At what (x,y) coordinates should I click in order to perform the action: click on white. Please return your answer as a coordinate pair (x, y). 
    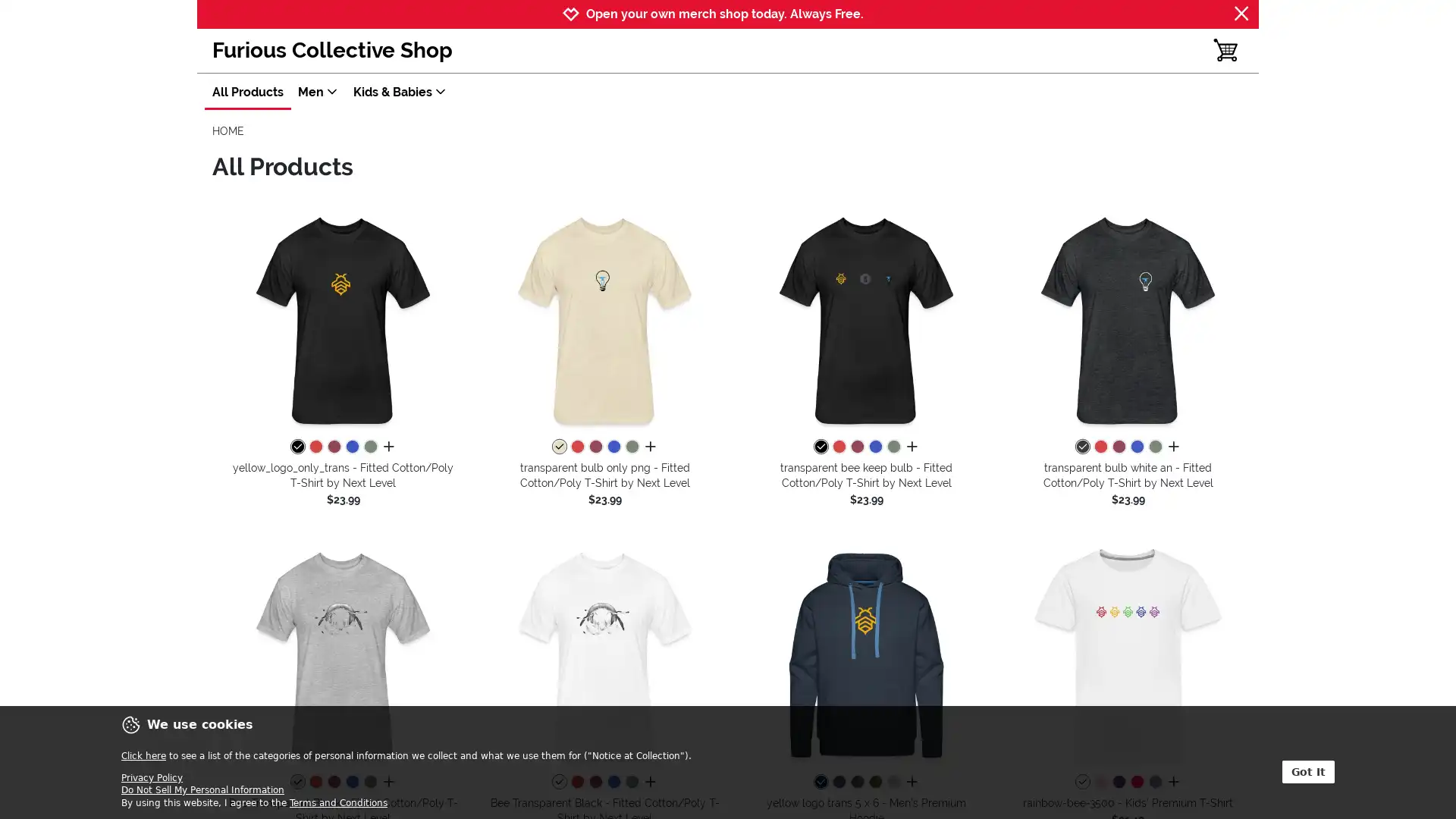
    Looking at the image, I should click on (1081, 783).